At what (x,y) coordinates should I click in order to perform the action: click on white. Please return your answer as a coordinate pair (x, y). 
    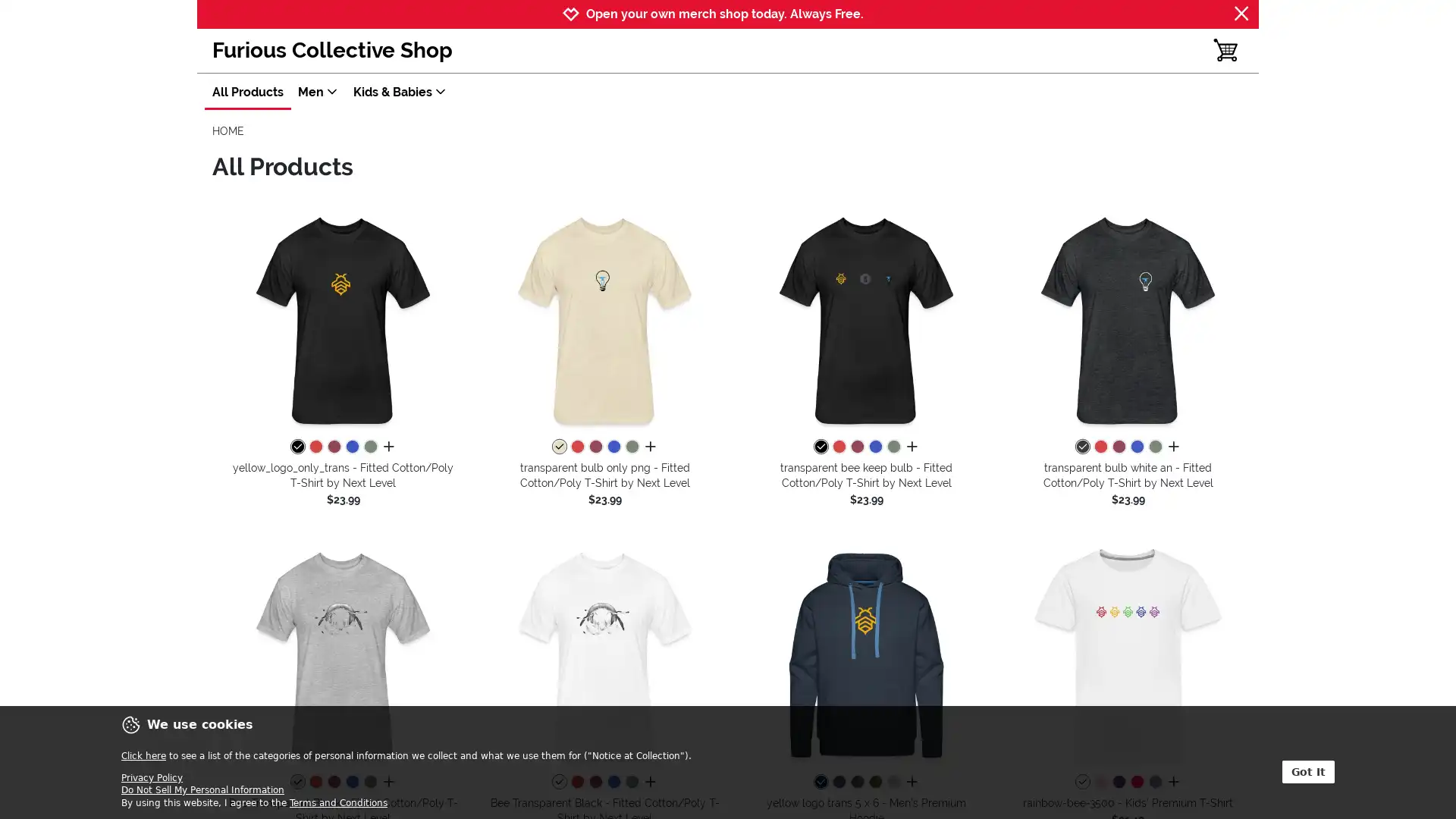
    Looking at the image, I should click on (1081, 783).